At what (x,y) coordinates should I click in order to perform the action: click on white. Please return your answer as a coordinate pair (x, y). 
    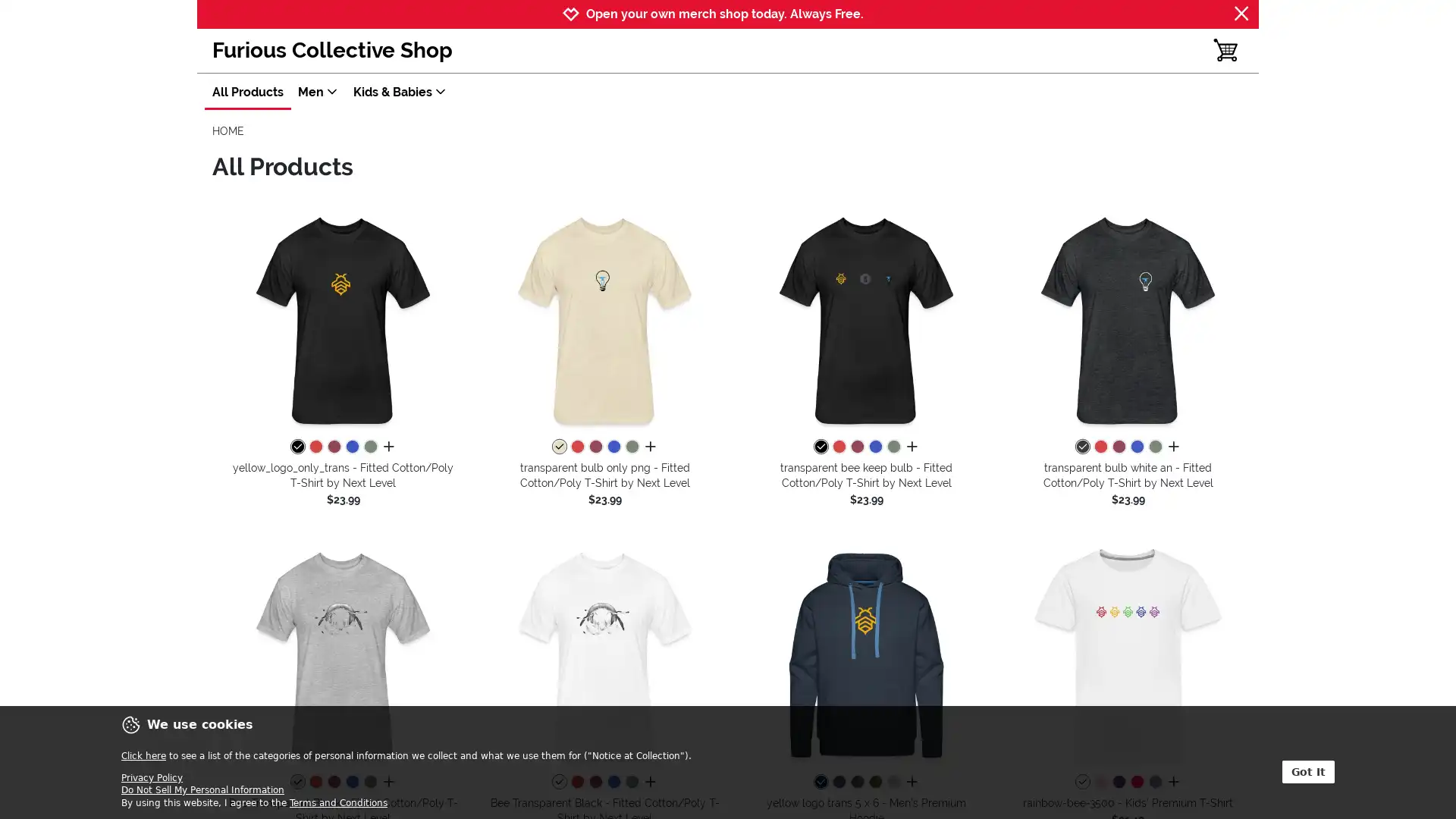
    Looking at the image, I should click on (1081, 783).